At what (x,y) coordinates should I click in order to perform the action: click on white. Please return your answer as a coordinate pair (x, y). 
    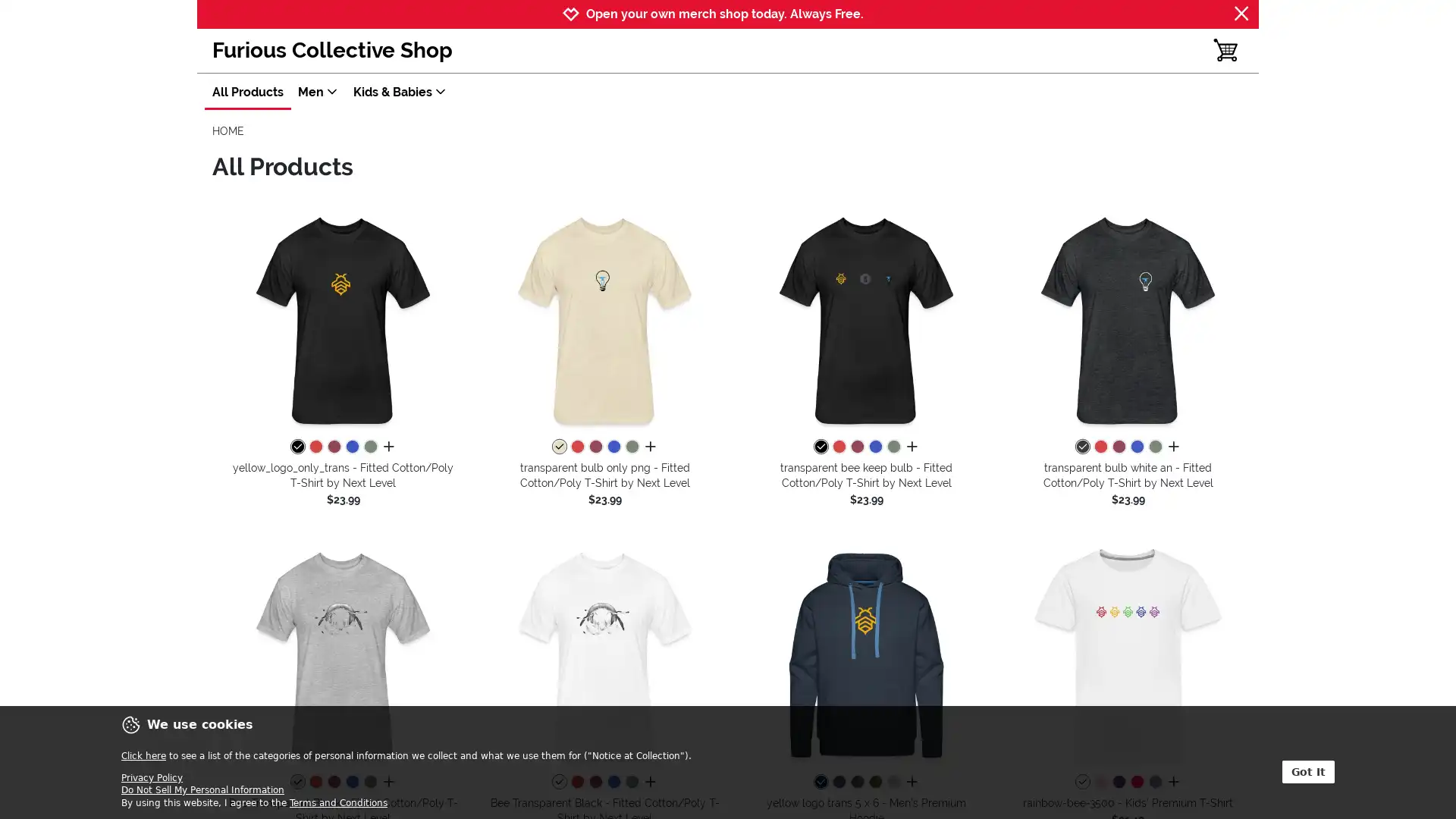
    Looking at the image, I should click on (1081, 783).